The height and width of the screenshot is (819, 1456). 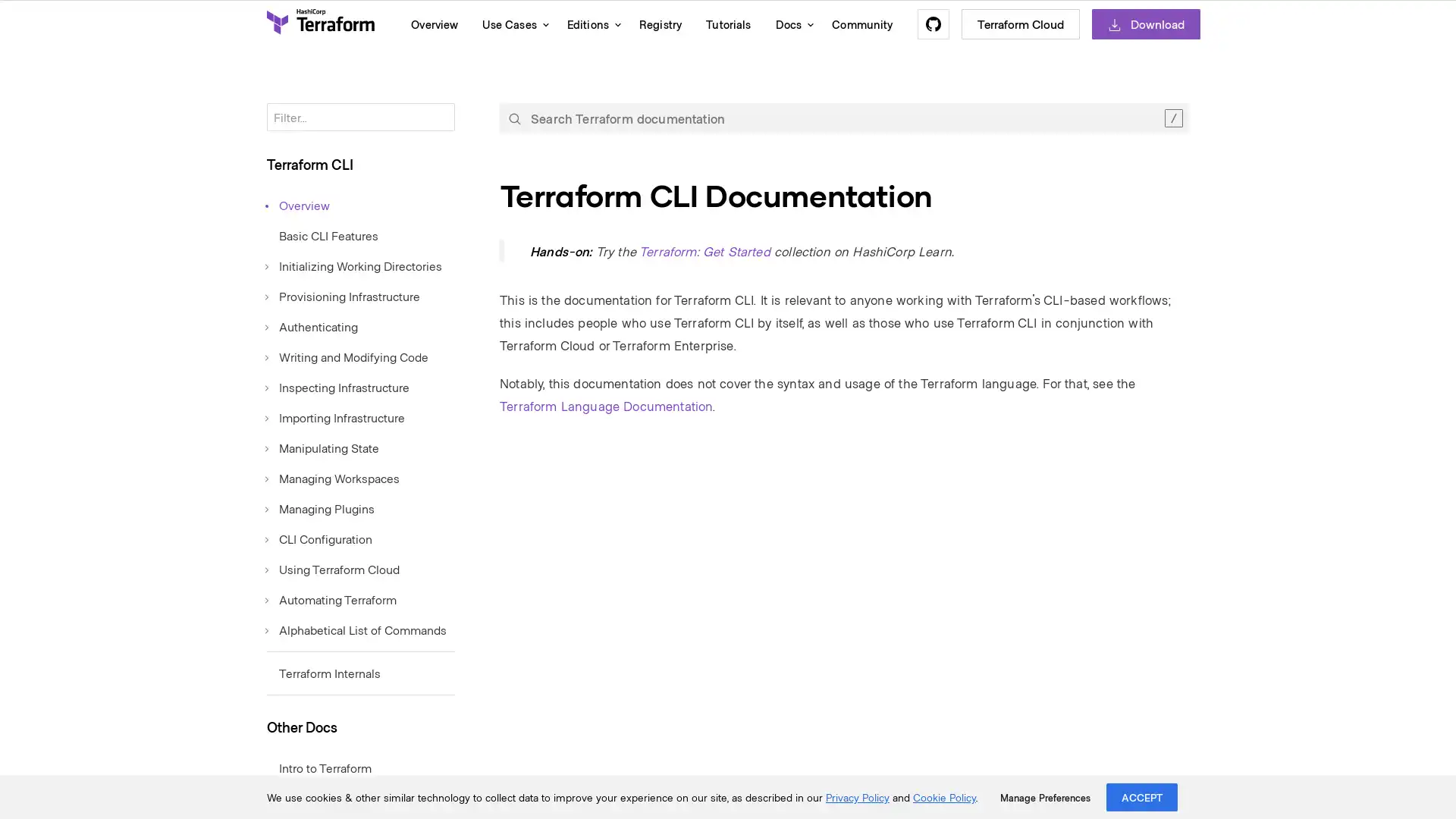 I want to click on Inspecting Infrastructure, so click(x=337, y=385).